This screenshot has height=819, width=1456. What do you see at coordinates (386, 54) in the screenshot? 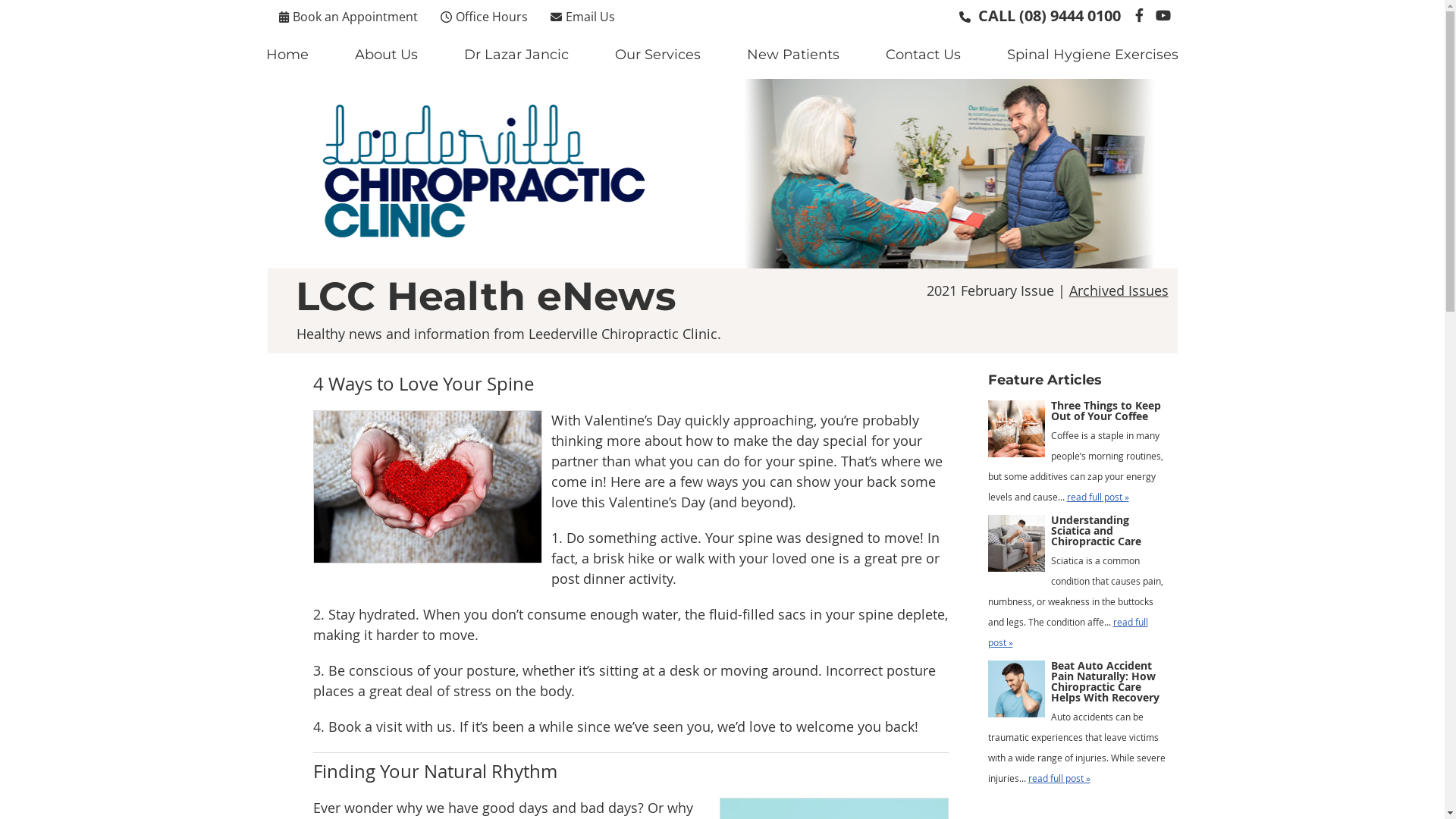
I see `'About Us'` at bounding box center [386, 54].